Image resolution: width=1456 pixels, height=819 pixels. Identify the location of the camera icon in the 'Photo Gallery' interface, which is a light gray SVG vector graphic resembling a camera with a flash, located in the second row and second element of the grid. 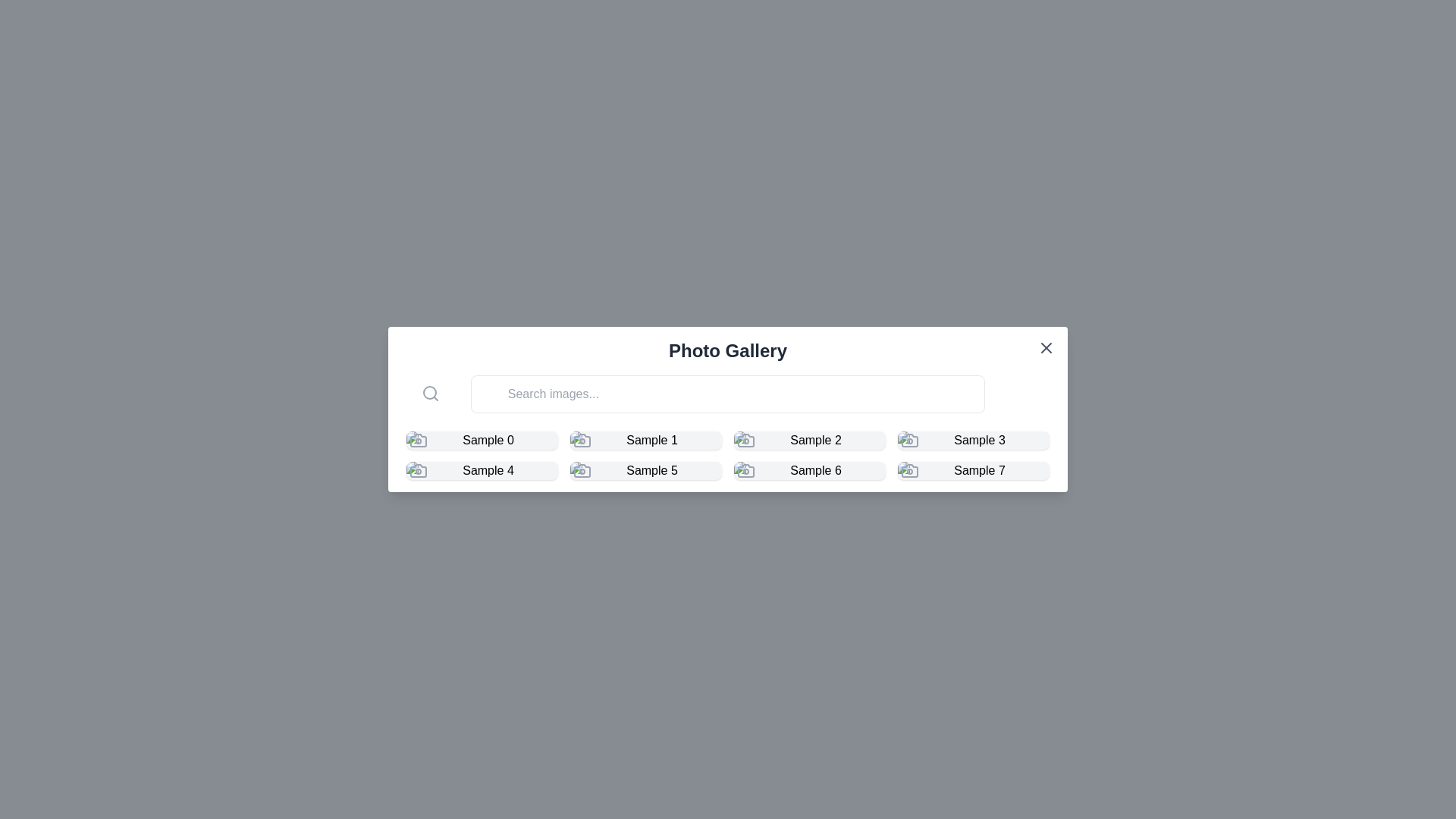
(582, 470).